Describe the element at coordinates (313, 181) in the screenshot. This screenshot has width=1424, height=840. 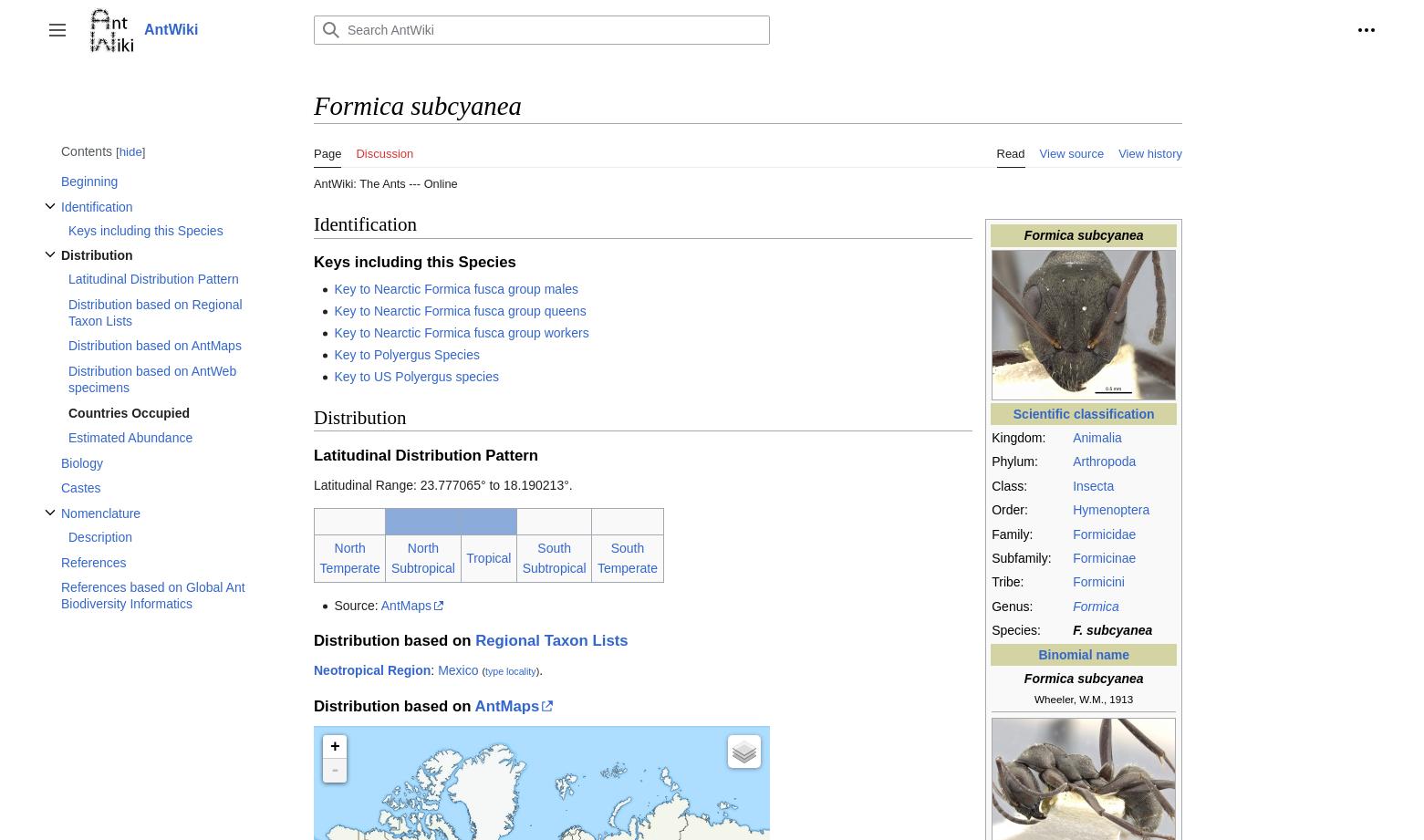
I see `'AntWiki: The Ants --- Online'` at that location.